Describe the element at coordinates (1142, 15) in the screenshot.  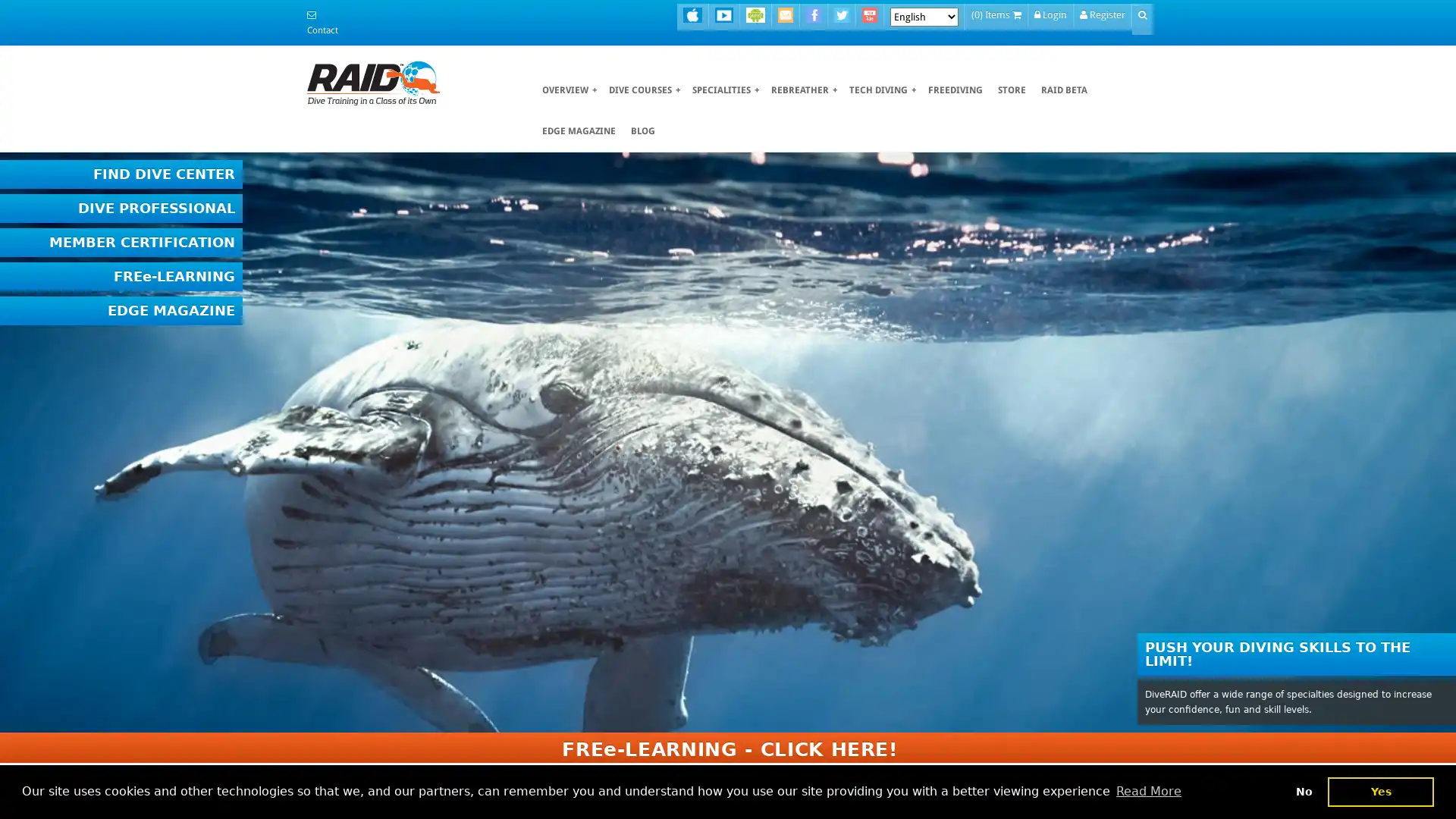
I see `Go` at that location.